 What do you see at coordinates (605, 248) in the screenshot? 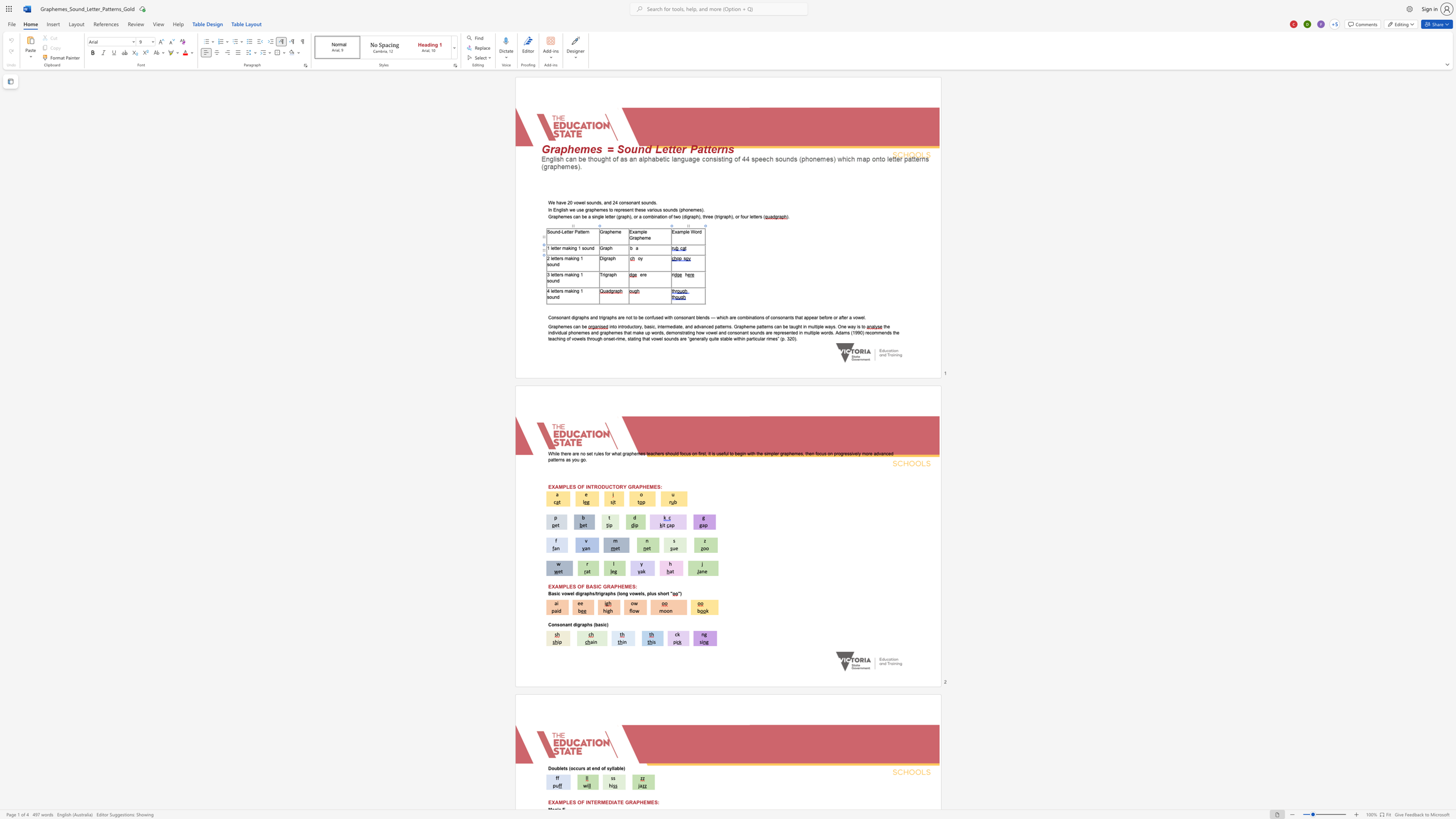
I see `the 1th character "a" in the text` at bounding box center [605, 248].